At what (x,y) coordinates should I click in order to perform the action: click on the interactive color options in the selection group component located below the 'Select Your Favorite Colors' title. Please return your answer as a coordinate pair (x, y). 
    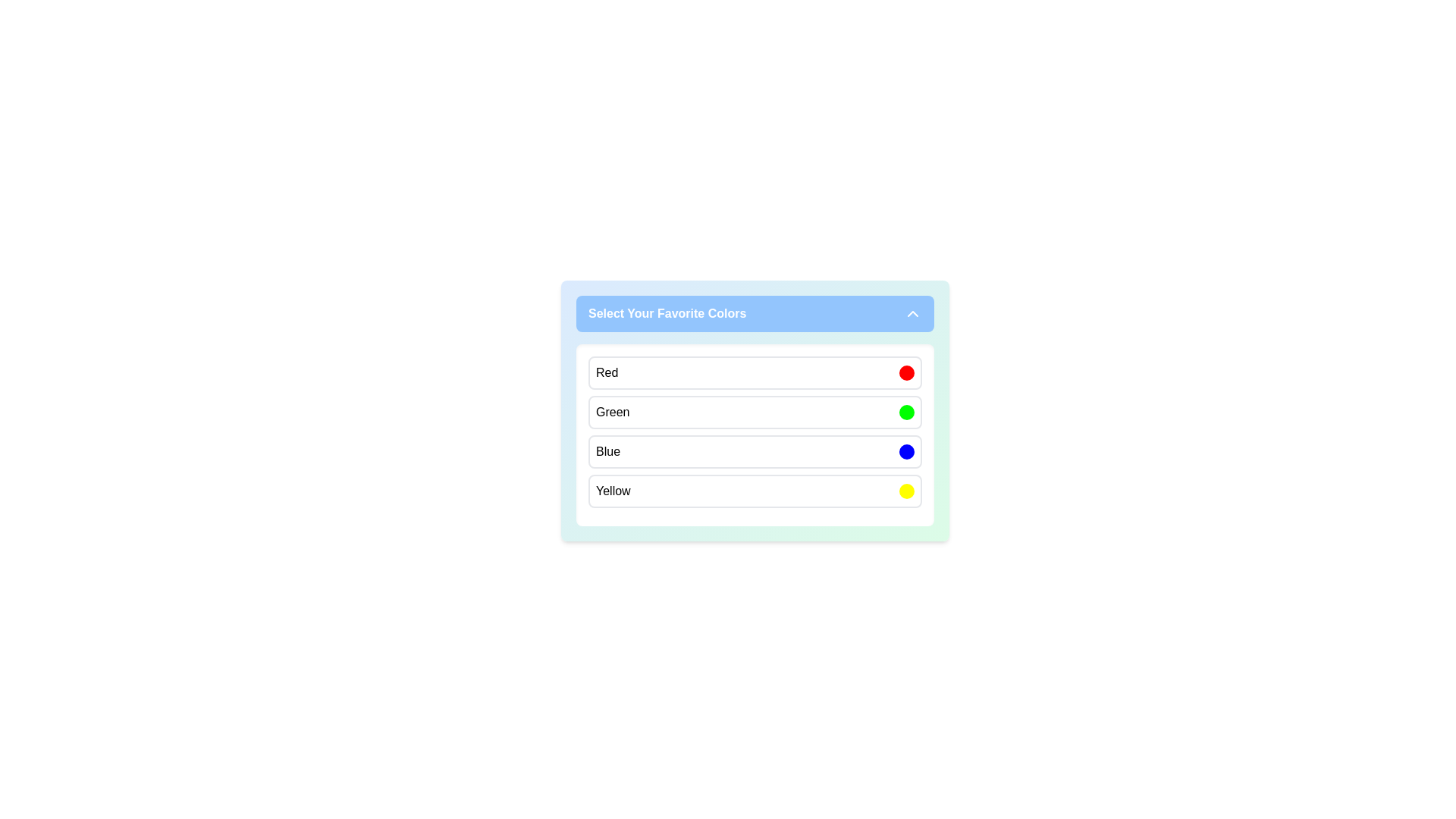
    Looking at the image, I should click on (755, 435).